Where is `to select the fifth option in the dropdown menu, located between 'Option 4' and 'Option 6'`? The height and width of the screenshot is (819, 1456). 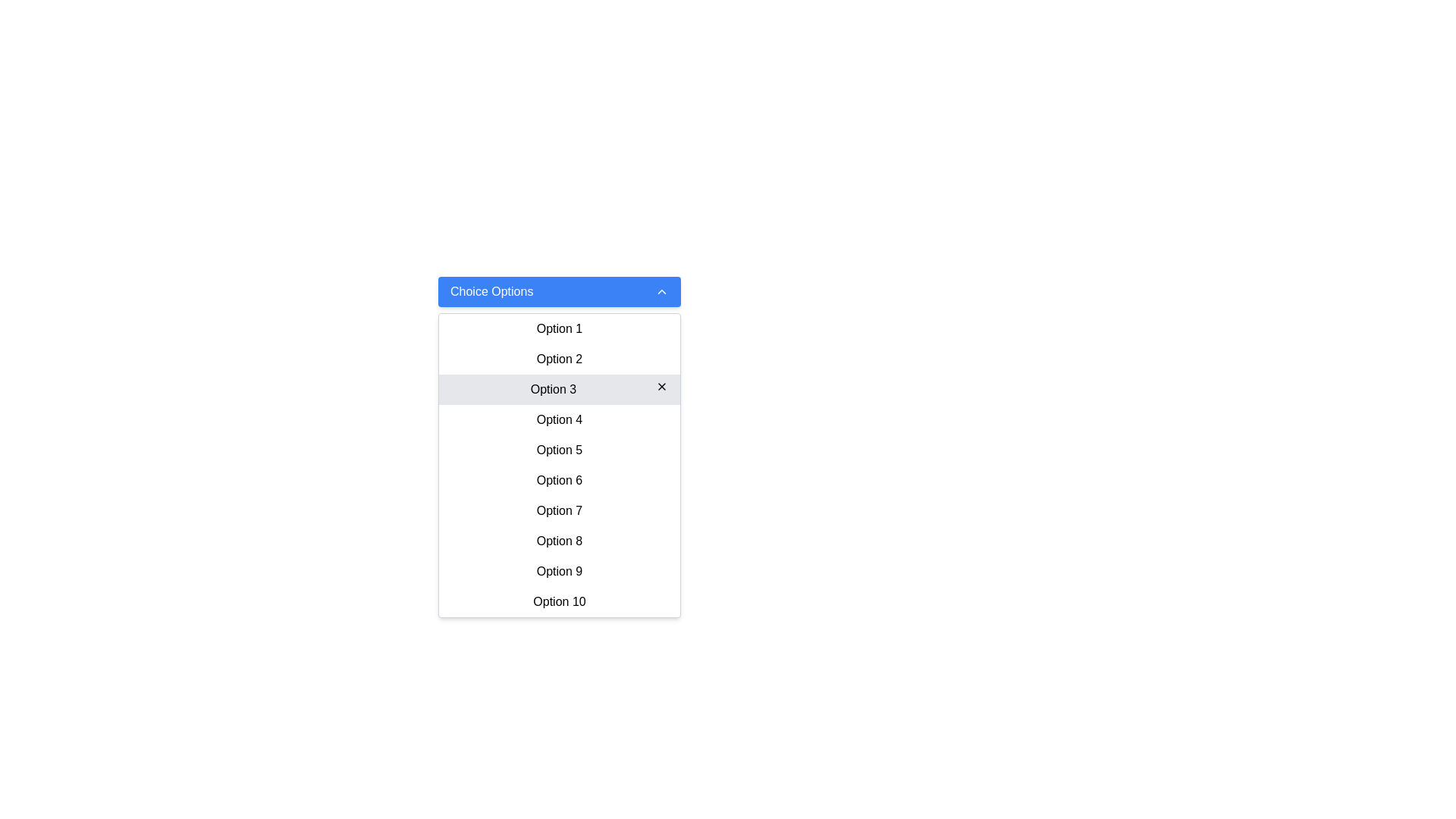
to select the fifth option in the dropdown menu, located between 'Option 4' and 'Option 6' is located at coordinates (559, 450).